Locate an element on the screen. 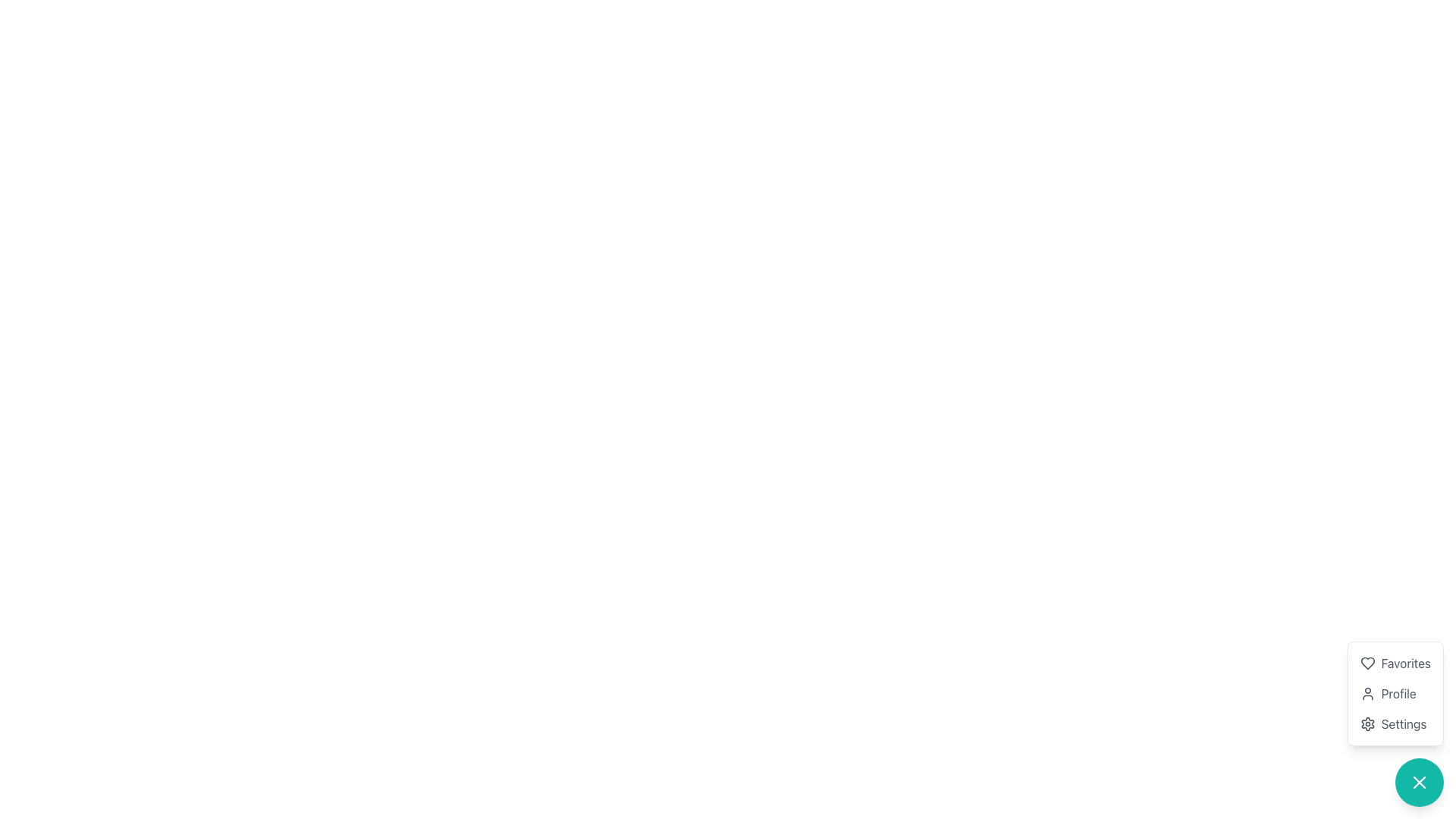 This screenshot has width=1456, height=819. the 'Favorites' label positioned at the top of the vertical menu list, adjacent to the heart-shaped icon, to visually associate it with its icon and infer its purpose is located at coordinates (1405, 663).